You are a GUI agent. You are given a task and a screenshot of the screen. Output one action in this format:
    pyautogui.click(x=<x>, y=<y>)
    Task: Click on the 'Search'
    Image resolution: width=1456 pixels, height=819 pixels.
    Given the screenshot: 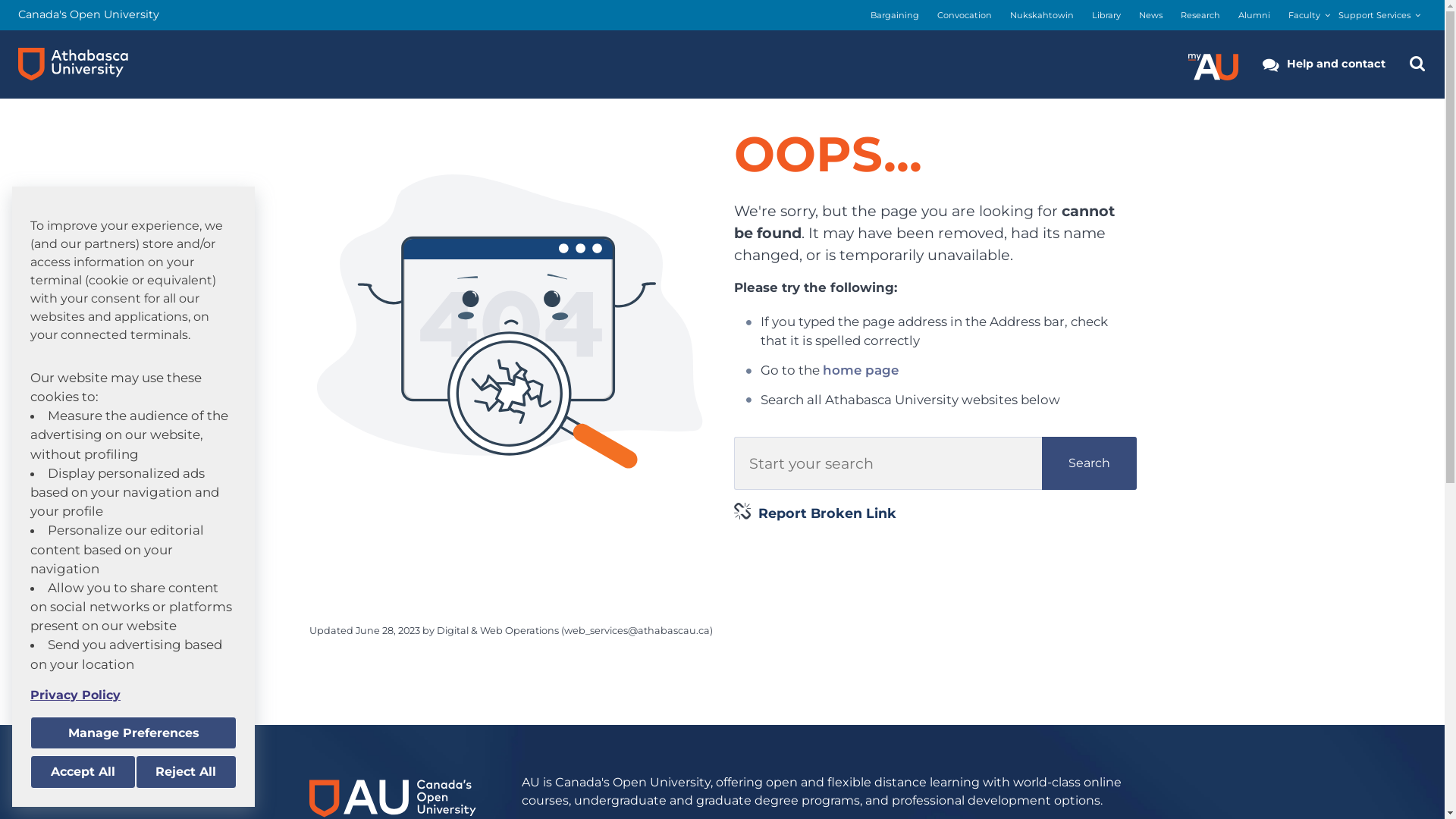 What is the action you would take?
    pyautogui.click(x=1088, y=462)
    